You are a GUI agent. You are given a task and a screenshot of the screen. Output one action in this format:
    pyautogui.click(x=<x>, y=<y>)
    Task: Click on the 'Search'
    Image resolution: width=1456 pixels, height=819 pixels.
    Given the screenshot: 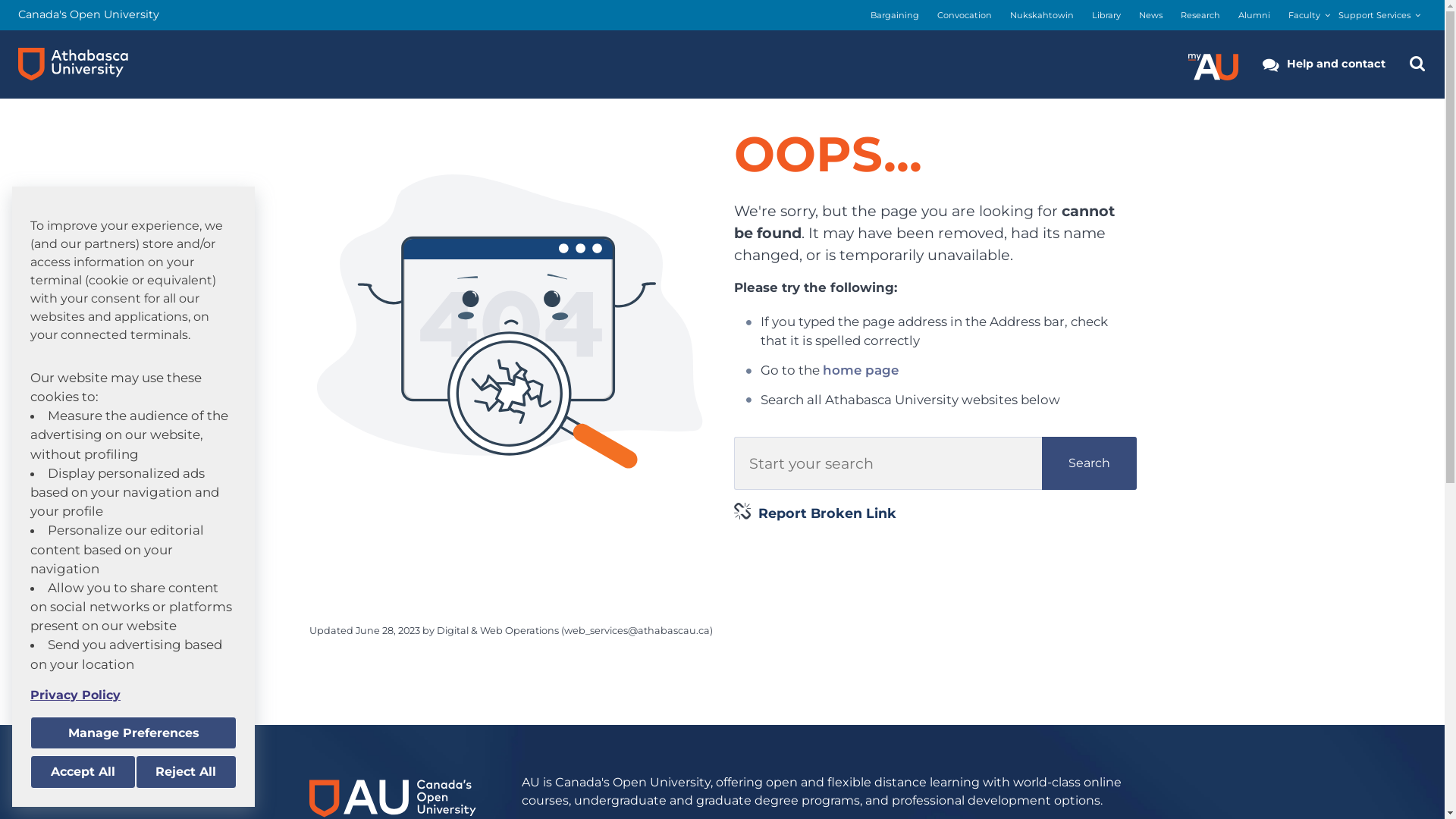 What is the action you would take?
    pyautogui.click(x=1088, y=462)
    